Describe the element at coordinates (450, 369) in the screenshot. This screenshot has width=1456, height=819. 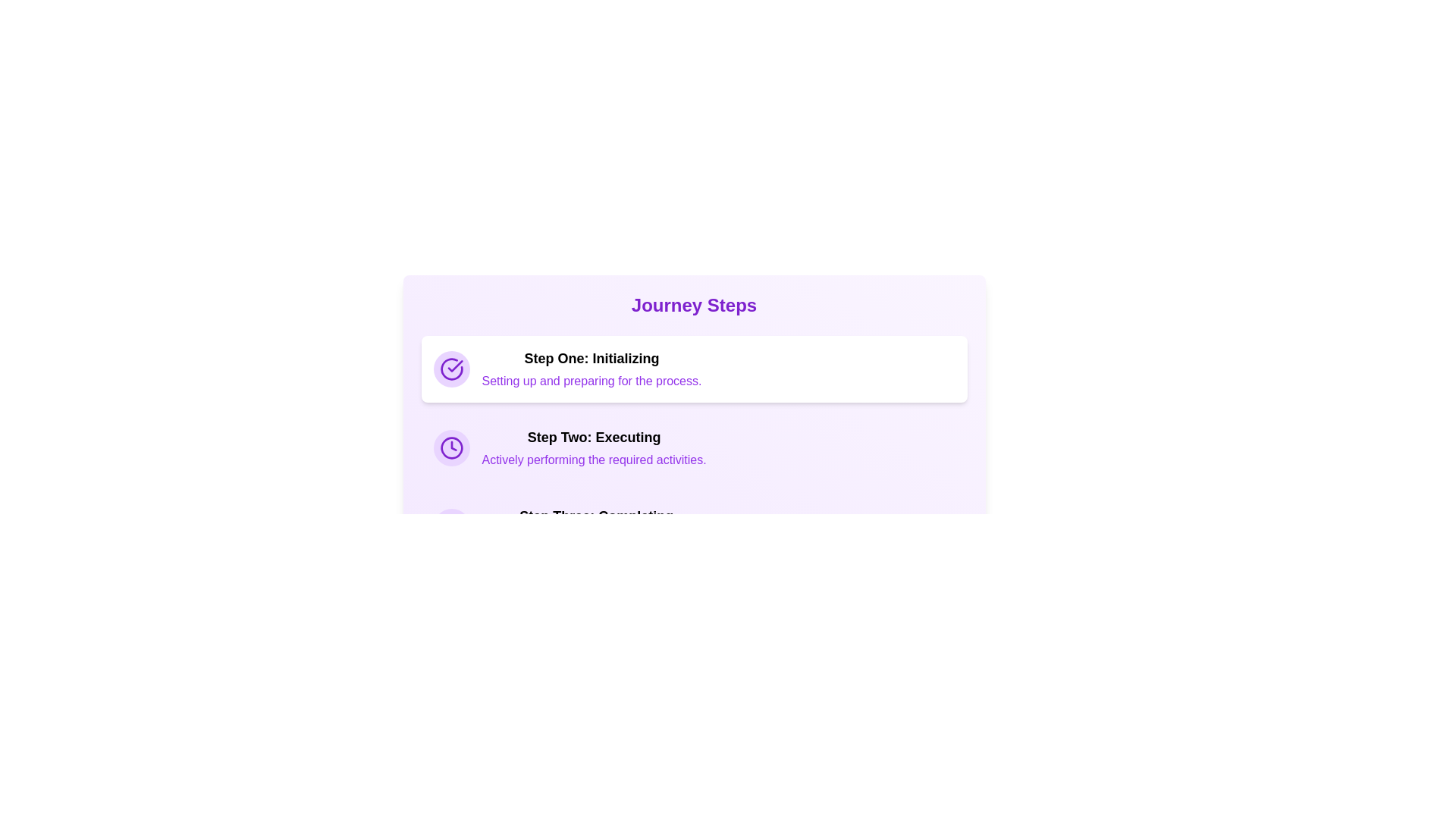
I see `the upper curved segment of the circular graphical icon (arc segment) that is styled with a bold purple stroke, located to the left of the text 'Step One: Initializing' in the 'Journey Steps' section` at that location.